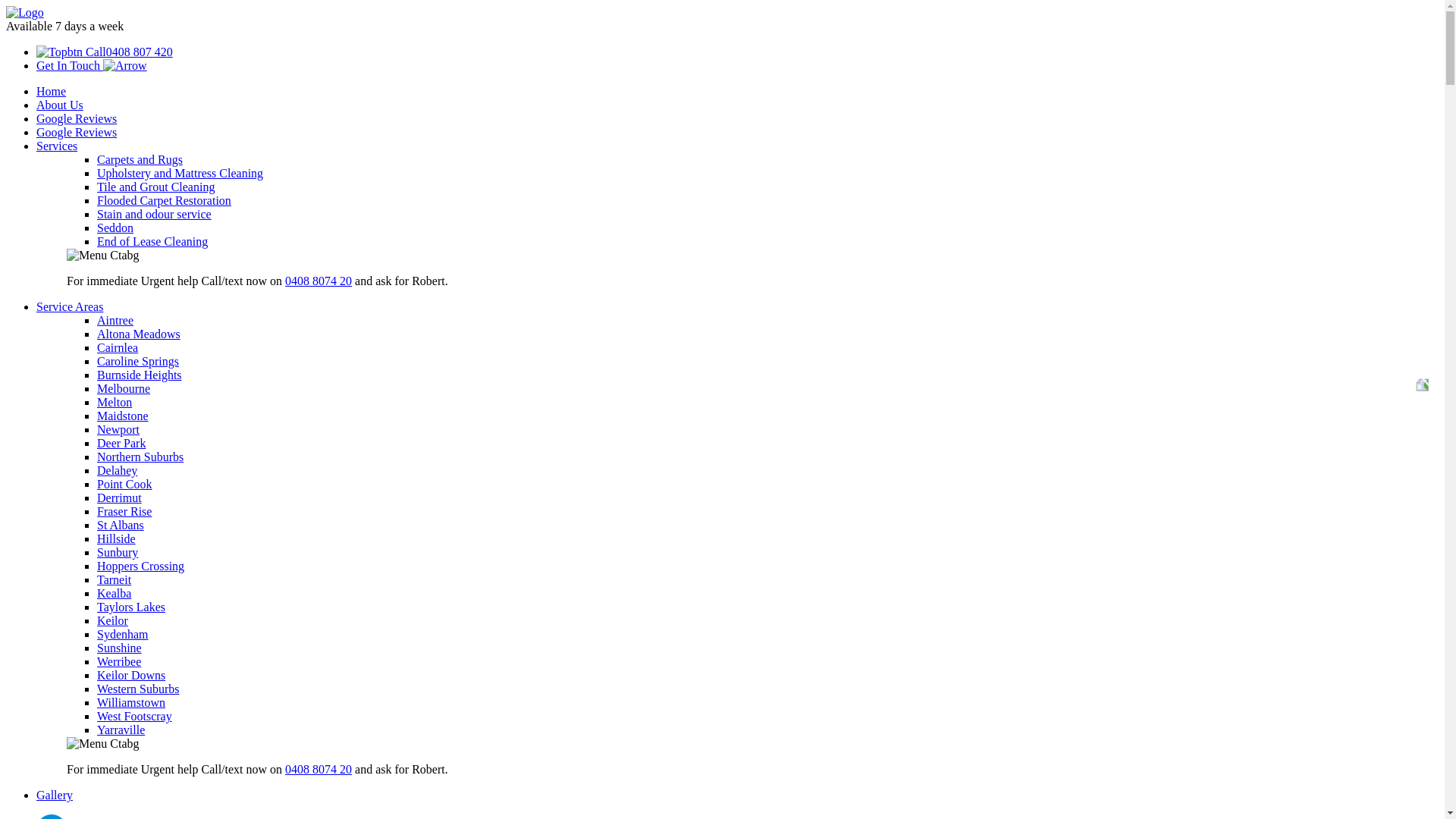 The image size is (1456, 819). I want to click on 'Fraser Rise', so click(124, 511).